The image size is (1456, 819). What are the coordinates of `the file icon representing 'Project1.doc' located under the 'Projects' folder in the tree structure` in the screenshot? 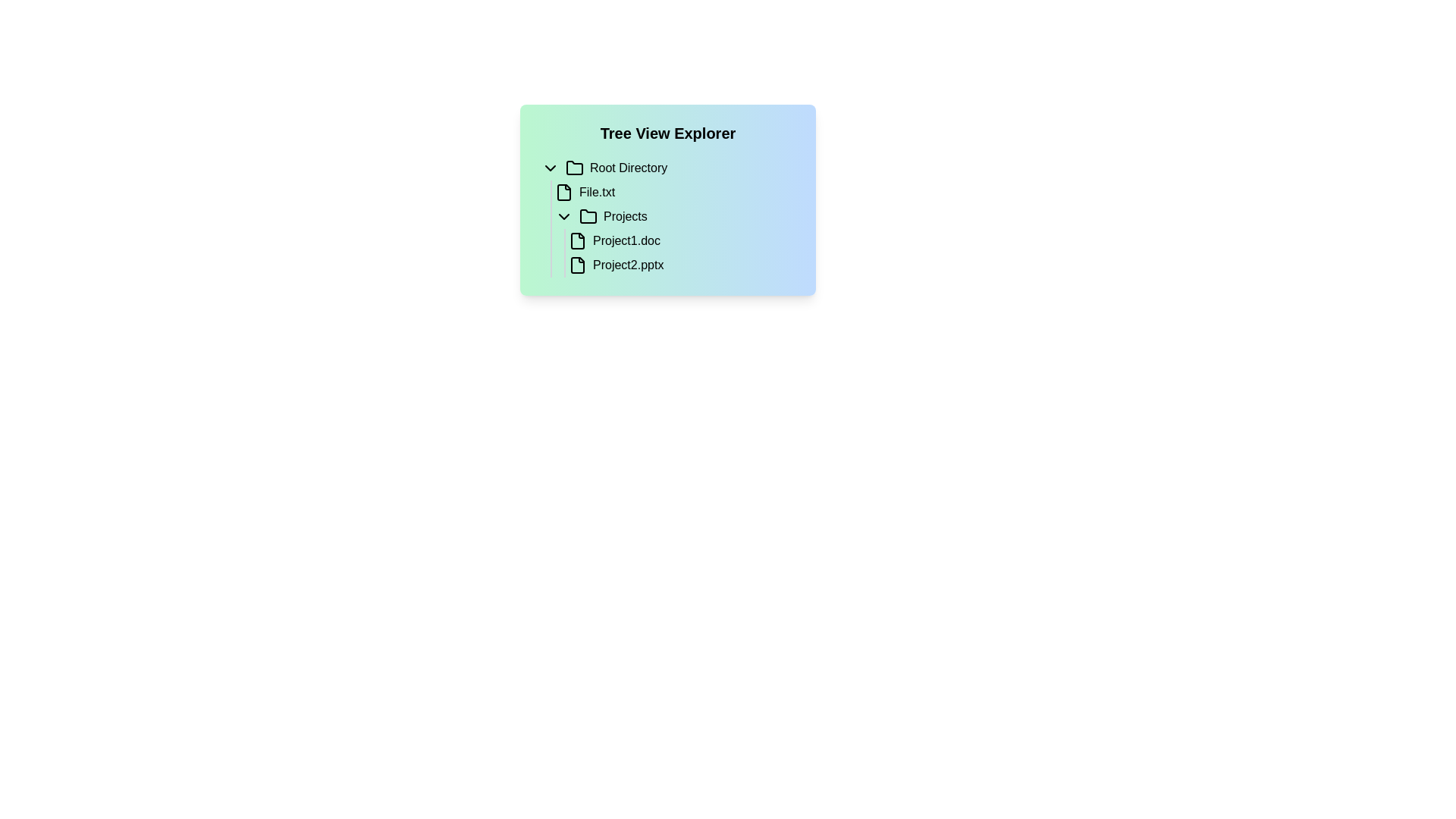 It's located at (577, 240).